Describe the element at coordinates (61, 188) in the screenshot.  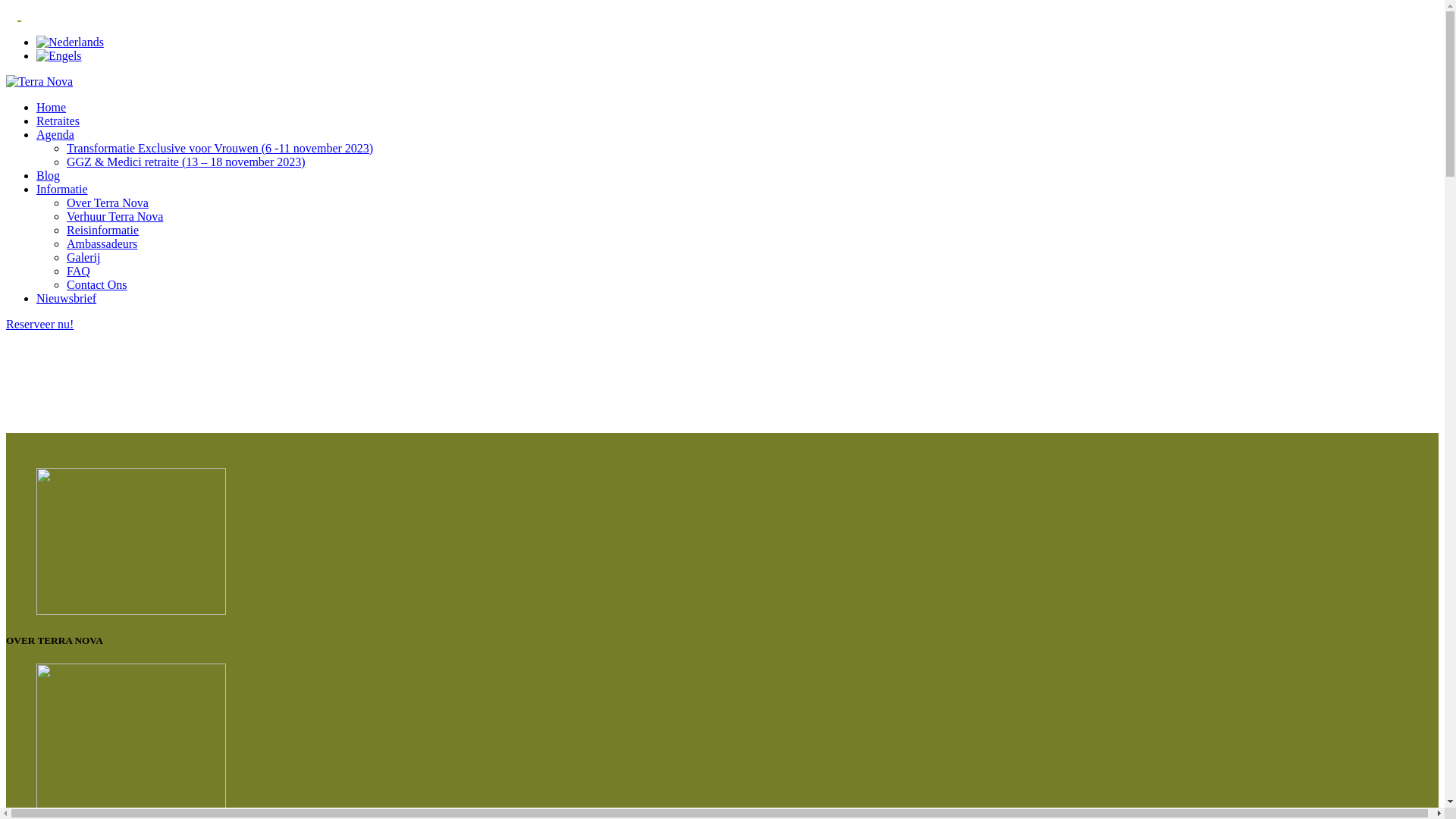
I see `'Informatie'` at that location.